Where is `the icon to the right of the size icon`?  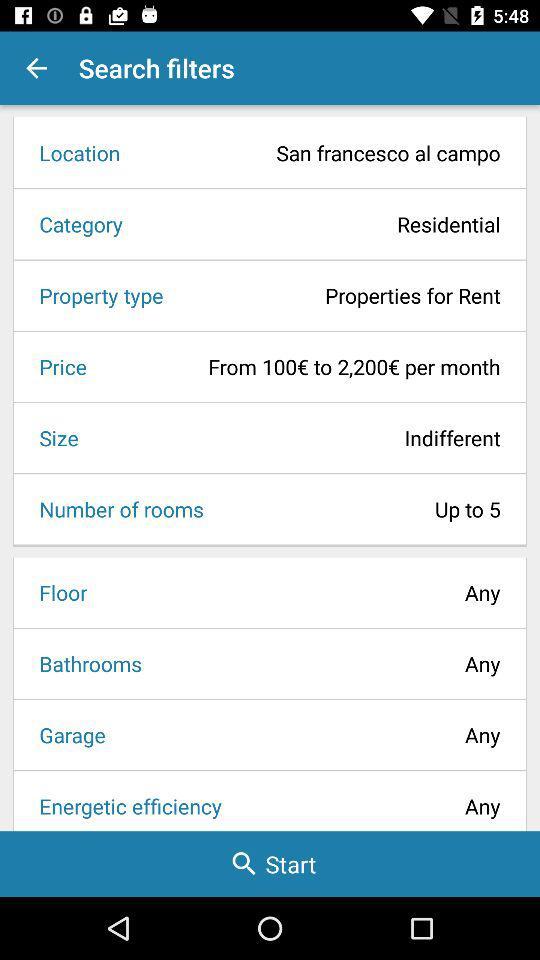 the icon to the right of the size icon is located at coordinates (295, 437).